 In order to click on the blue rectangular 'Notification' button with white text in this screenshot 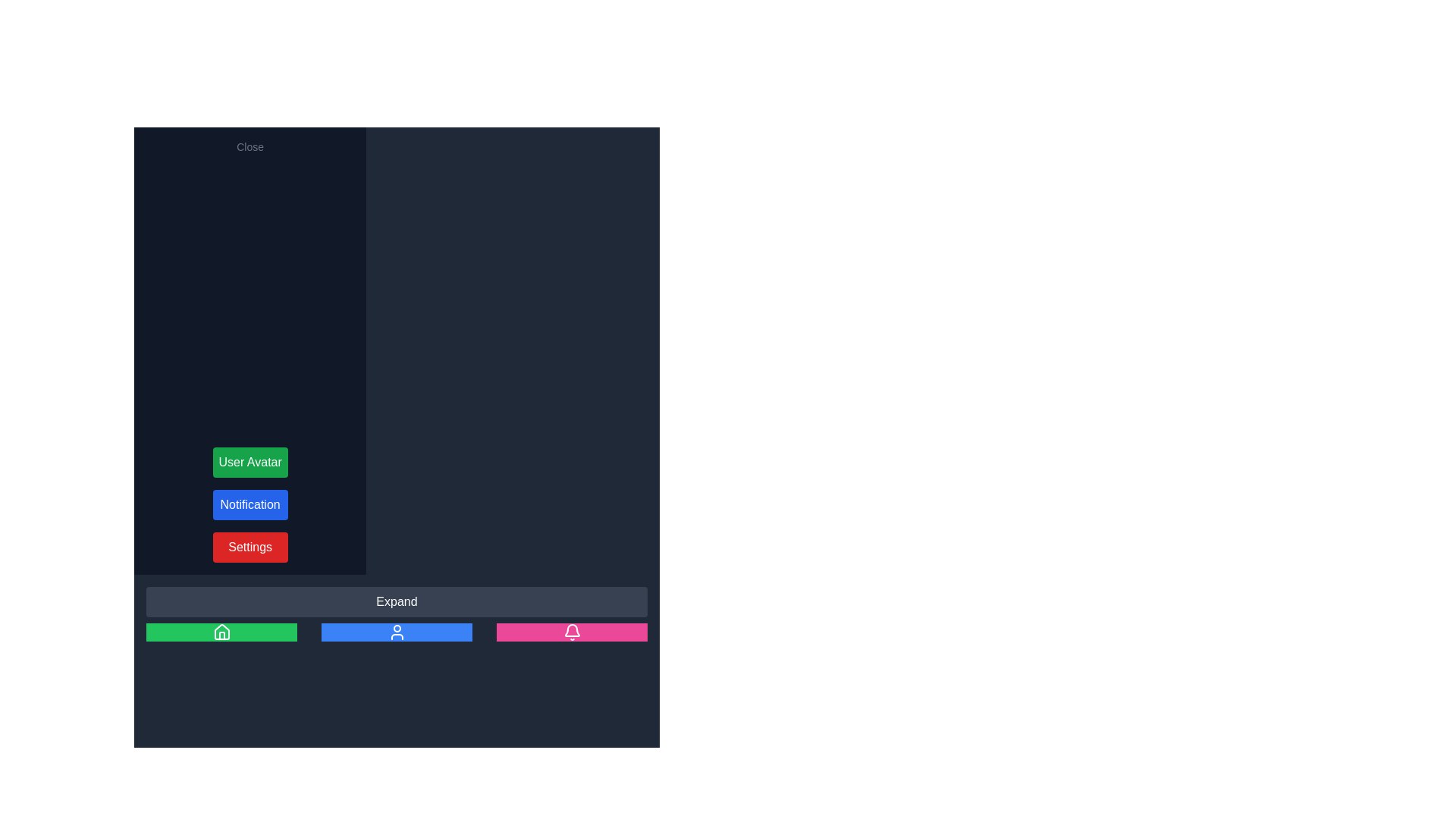, I will do `click(250, 505)`.